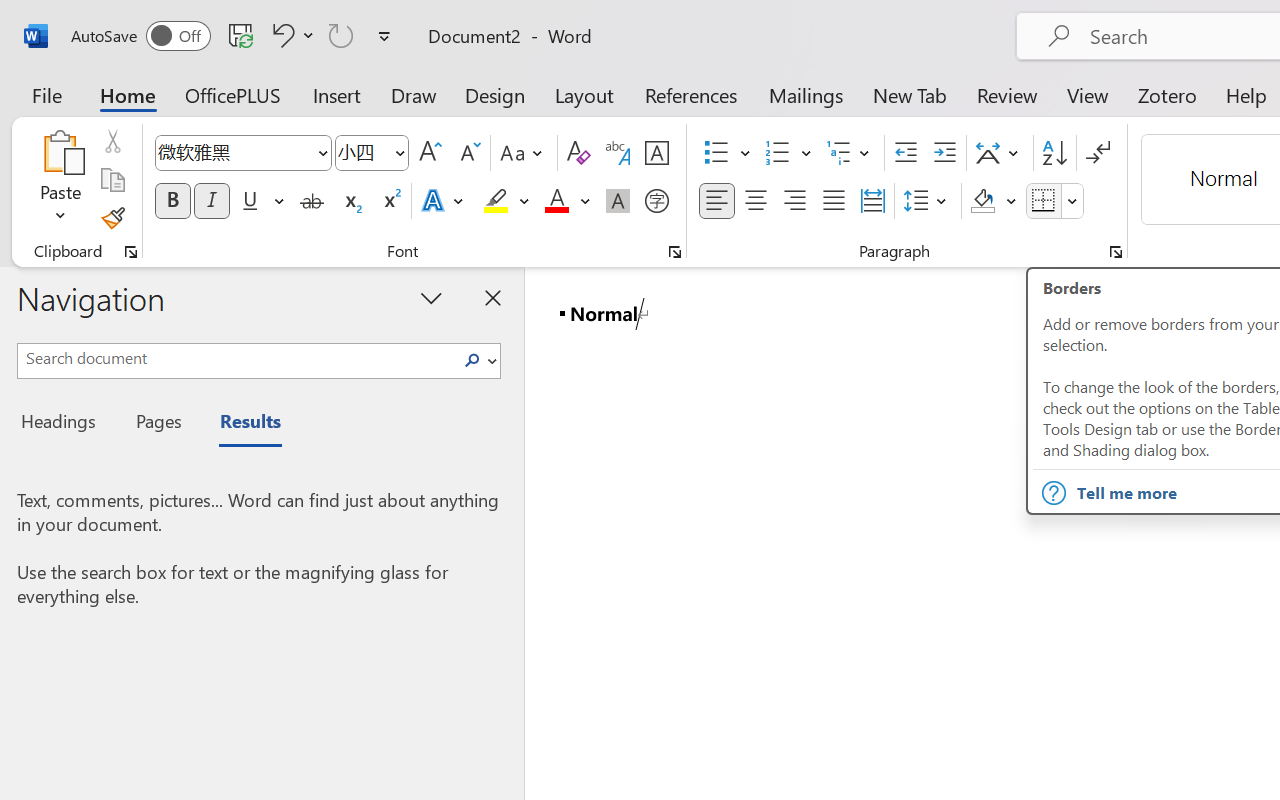 The width and height of the screenshot is (1280, 800). I want to click on 'Undo Style', so click(289, 34).